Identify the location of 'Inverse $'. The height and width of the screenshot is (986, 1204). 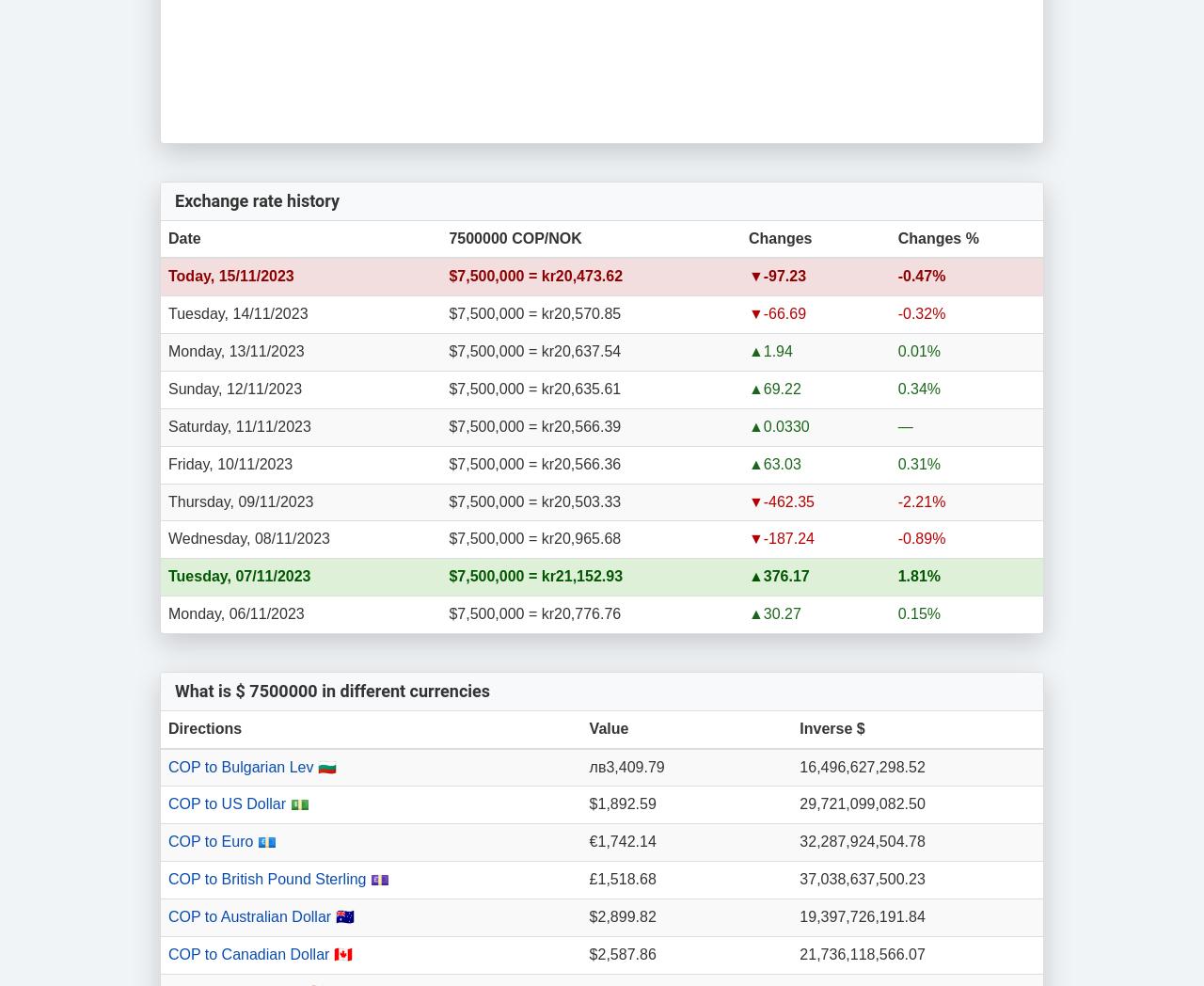
(831, 727).